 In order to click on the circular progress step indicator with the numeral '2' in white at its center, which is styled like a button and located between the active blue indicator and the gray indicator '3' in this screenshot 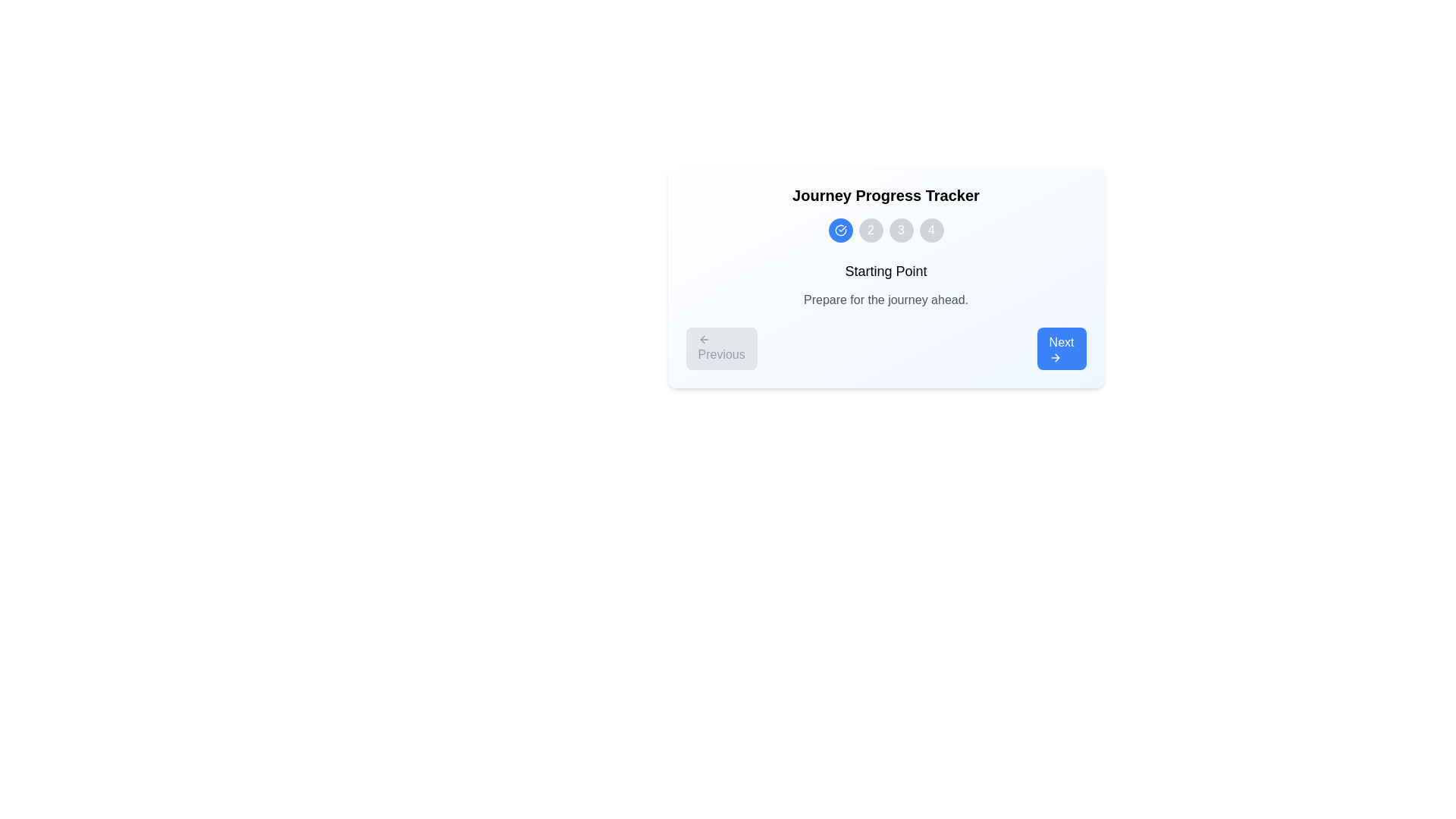, I will do `click(871, 231)`.